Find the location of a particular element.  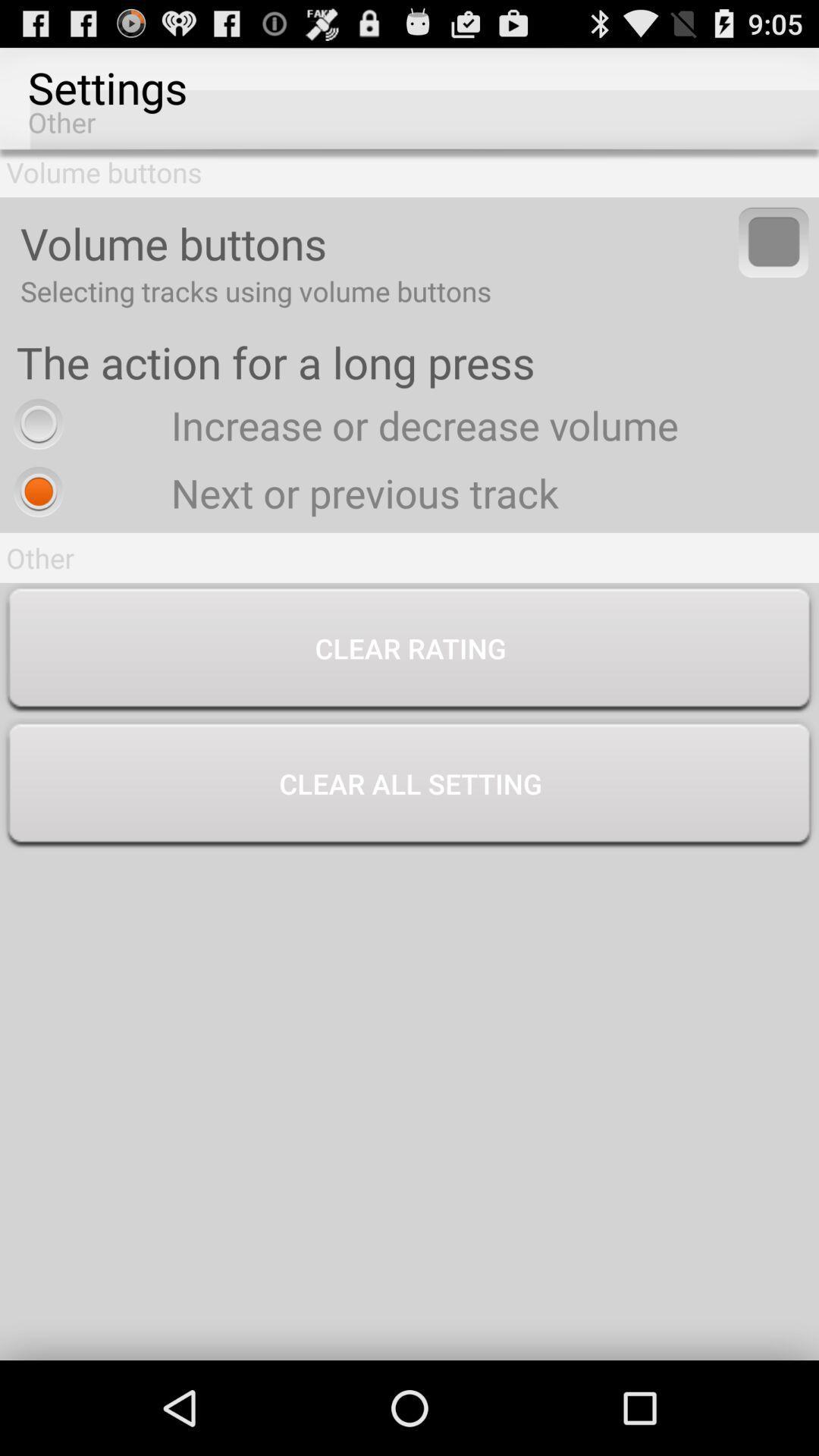

item next to volume buttons app is located at coordinates (773, 241).